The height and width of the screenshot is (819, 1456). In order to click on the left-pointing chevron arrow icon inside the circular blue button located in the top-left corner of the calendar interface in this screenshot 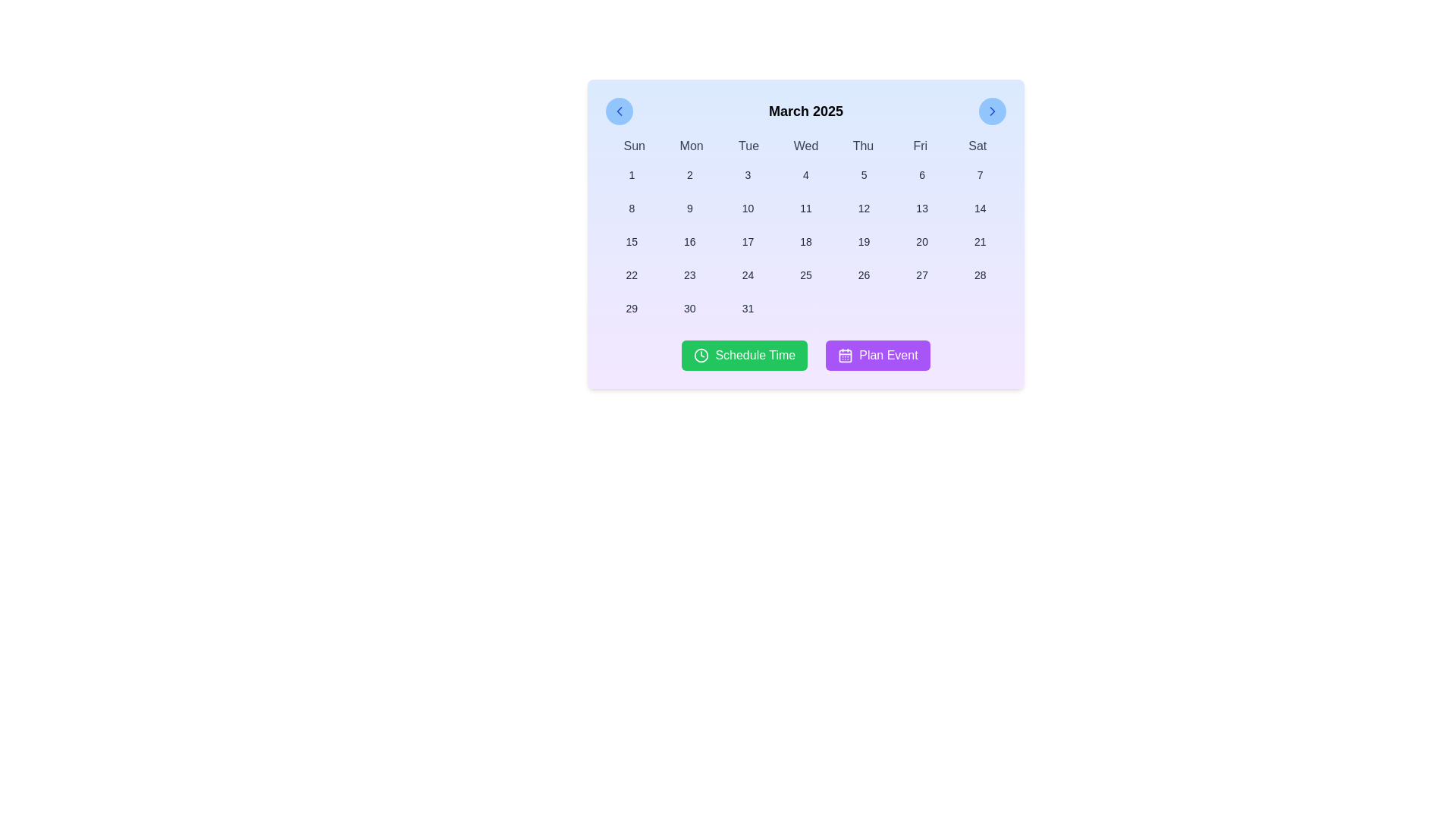, I will do `click(619, 110)`.